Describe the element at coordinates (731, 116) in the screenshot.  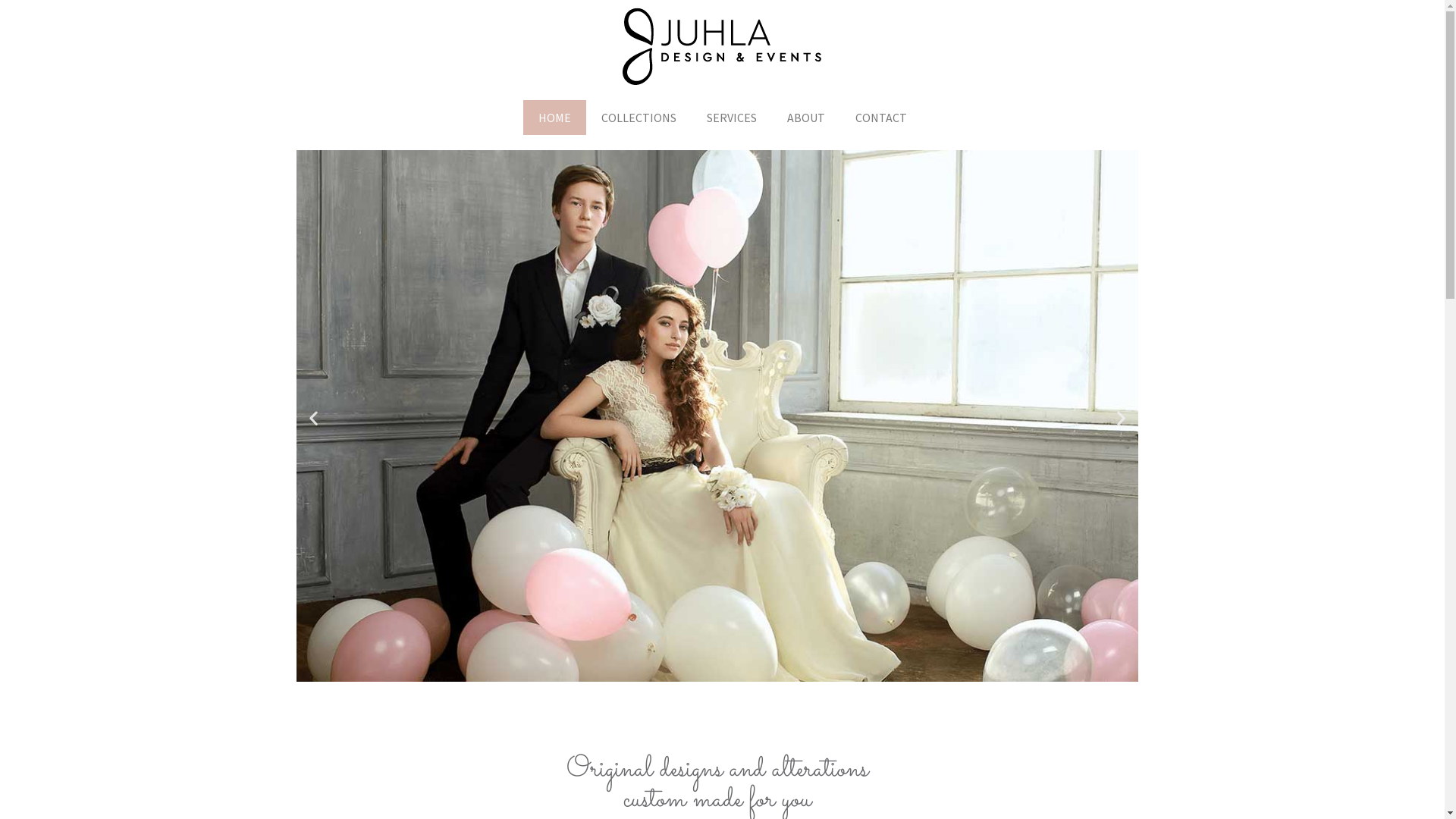
I see `'SERVICES'` at that location.